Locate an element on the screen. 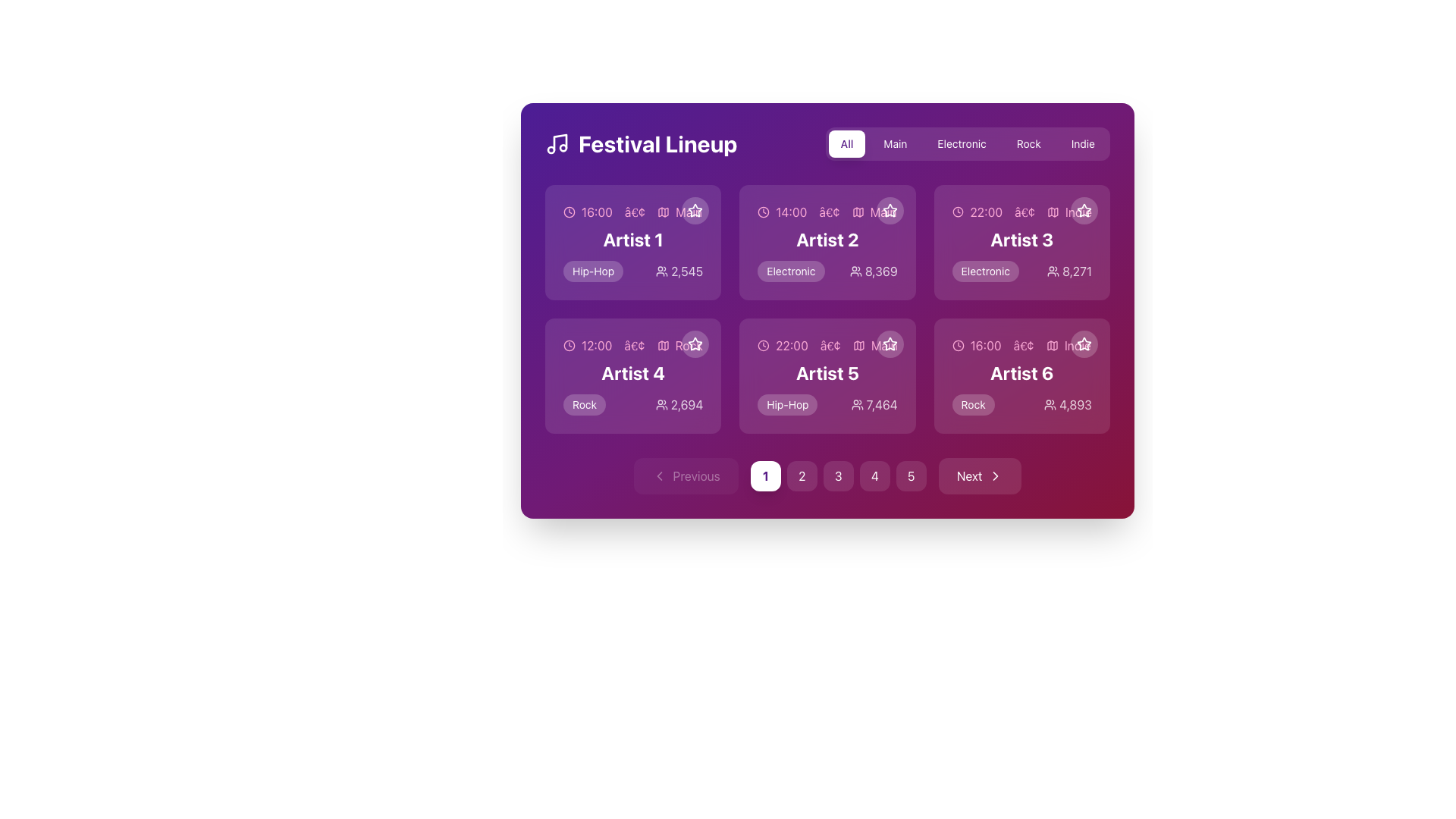 The width and height of the screenshot is (1456, 819). the textual separator element located in the 'Artist 2' panel under '14:00', positioned between the time label and a map icon is located at coordinates (829, 212).